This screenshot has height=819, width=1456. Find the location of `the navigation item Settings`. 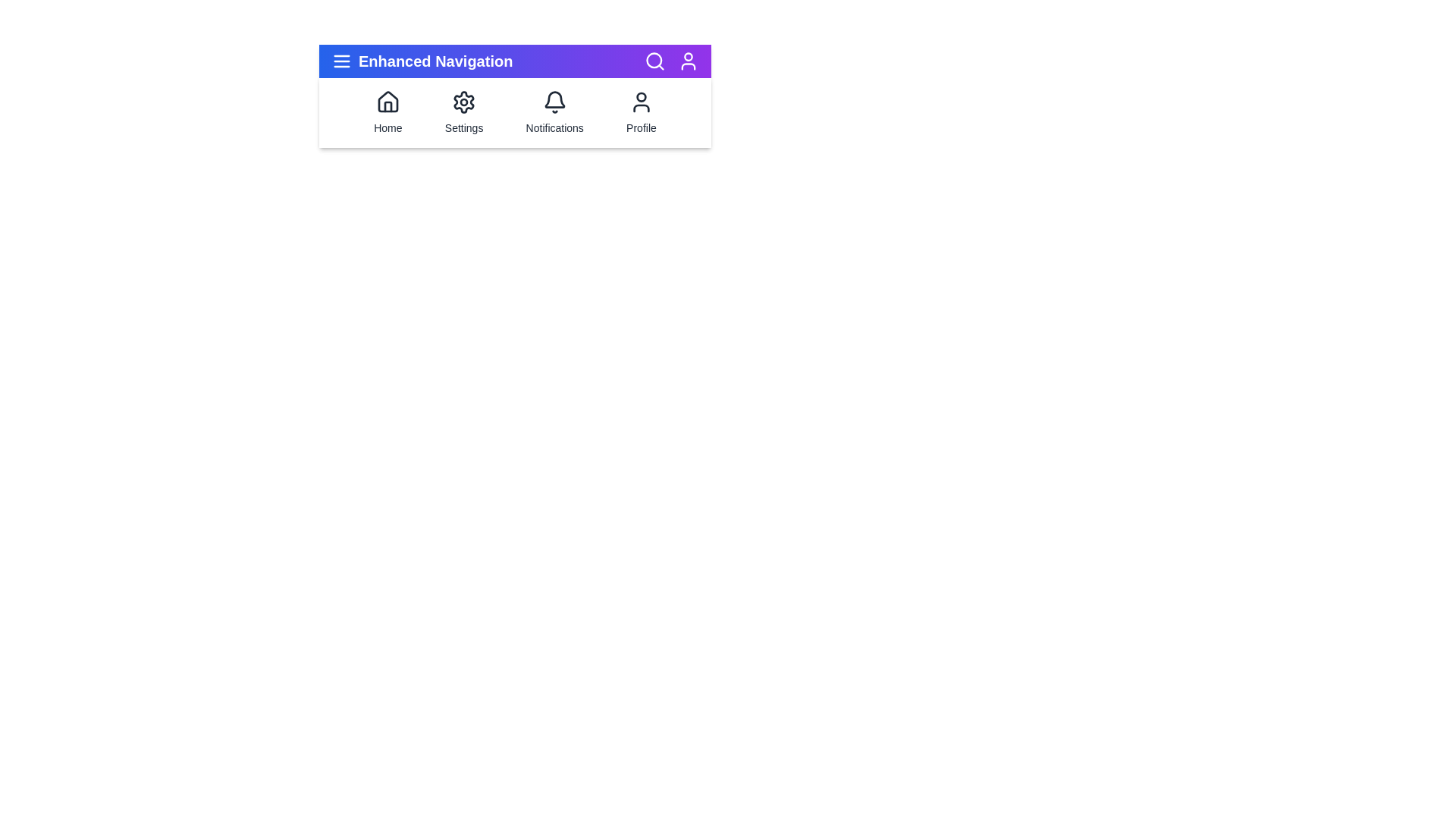

the navigation item Settings is located at coordinates (463, 112).